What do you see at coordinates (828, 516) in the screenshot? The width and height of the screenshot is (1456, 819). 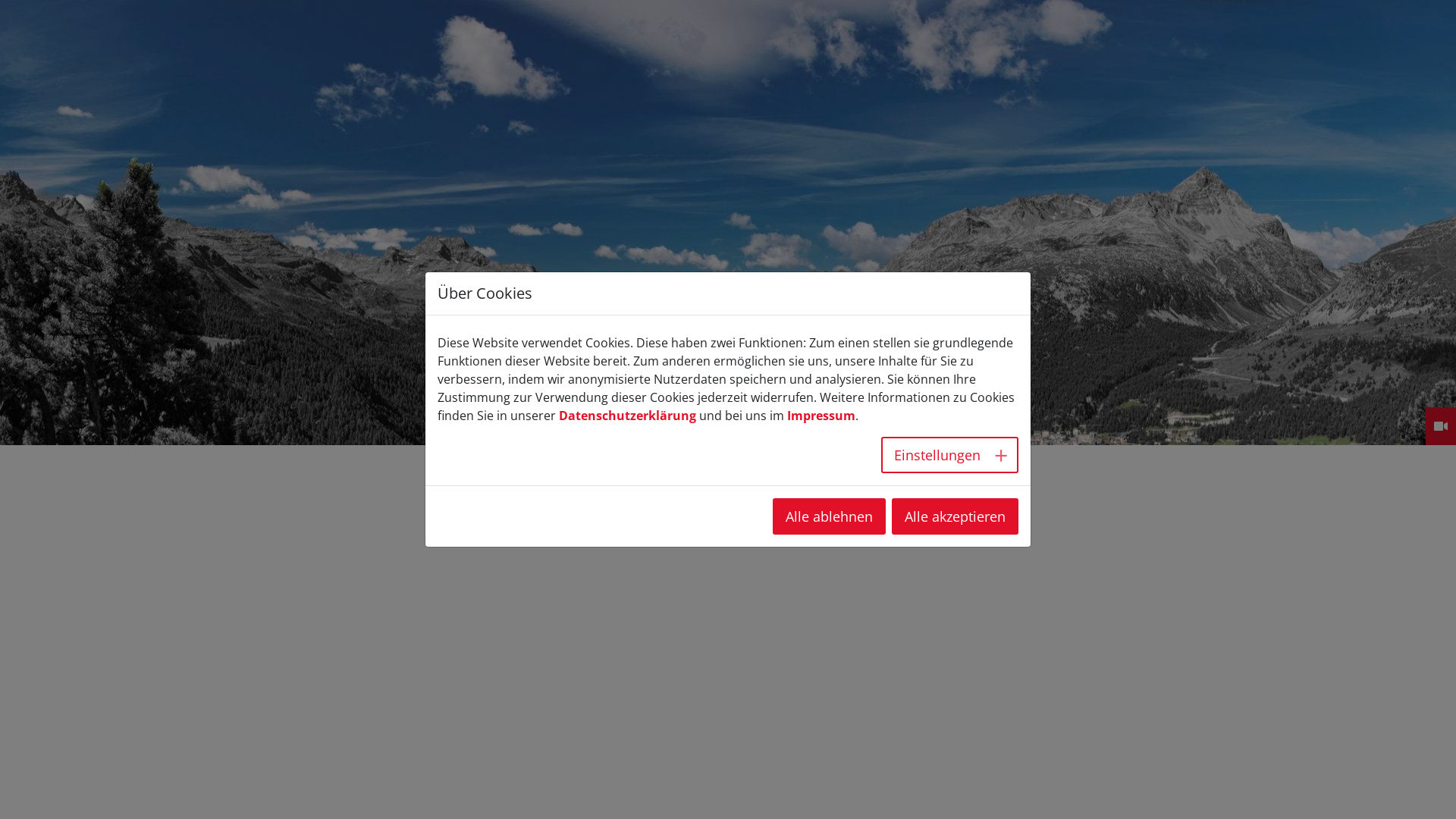 I see `'Alle ablehnen'` at bounding box center [828, 516].